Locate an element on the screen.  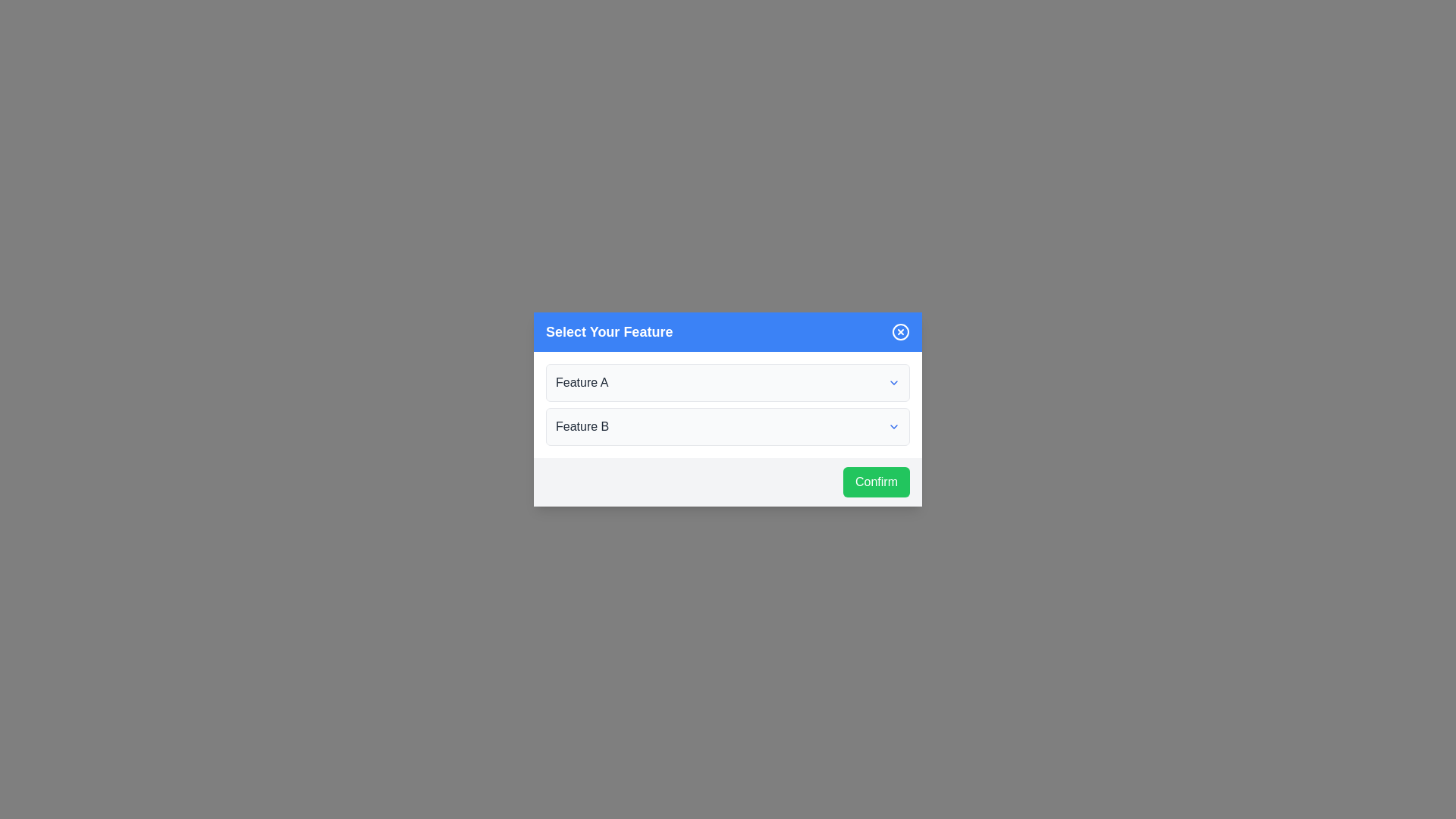
the dropdown toggle button located to the right of 'Feature B' is located at coordinates (894, 427).